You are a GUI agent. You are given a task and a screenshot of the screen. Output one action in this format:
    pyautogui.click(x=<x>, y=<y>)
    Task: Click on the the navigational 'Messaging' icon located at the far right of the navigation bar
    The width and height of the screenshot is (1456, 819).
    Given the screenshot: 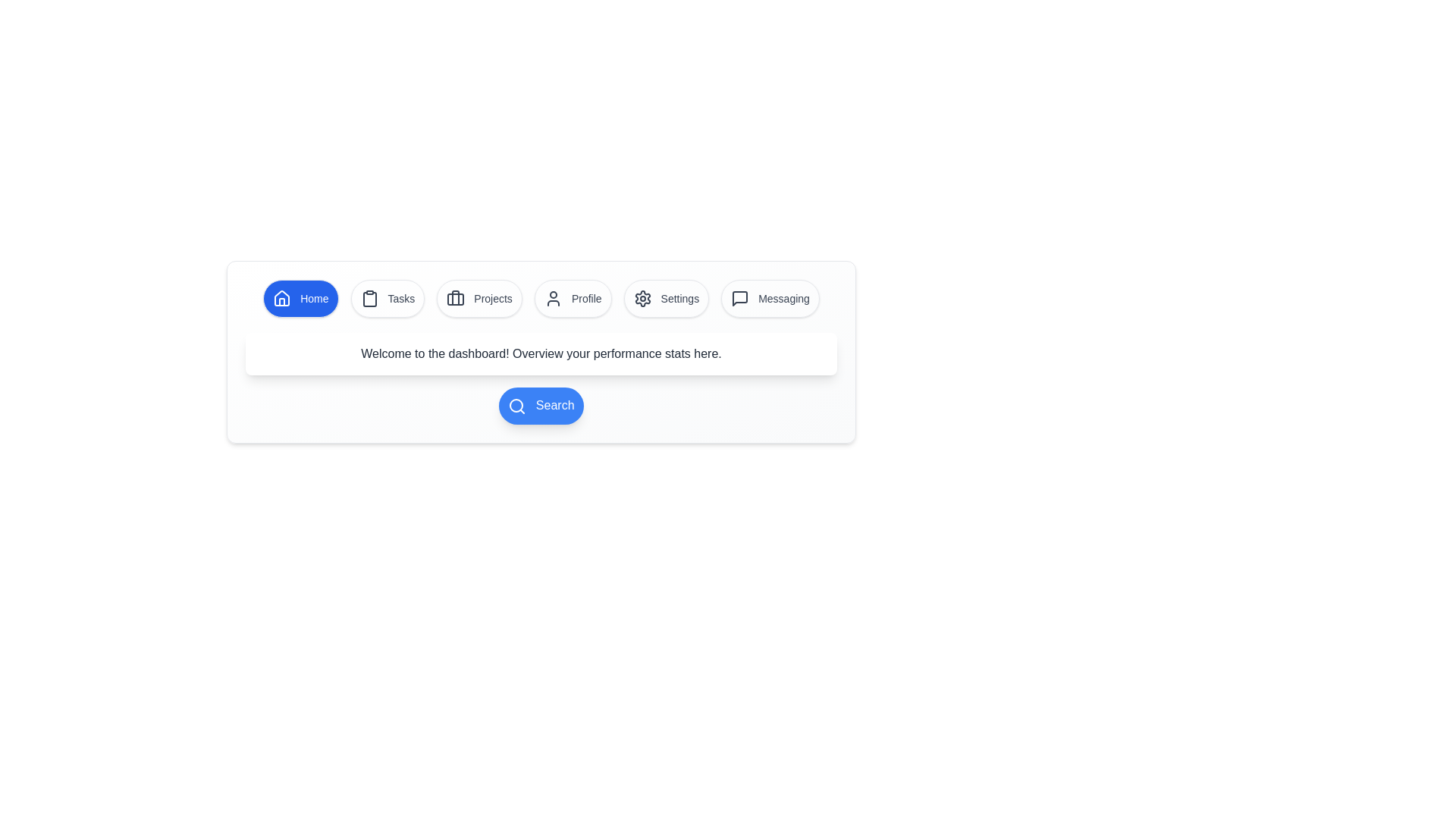 What is the action you would take?
    pyautogui.click(x=740, y=298)
    